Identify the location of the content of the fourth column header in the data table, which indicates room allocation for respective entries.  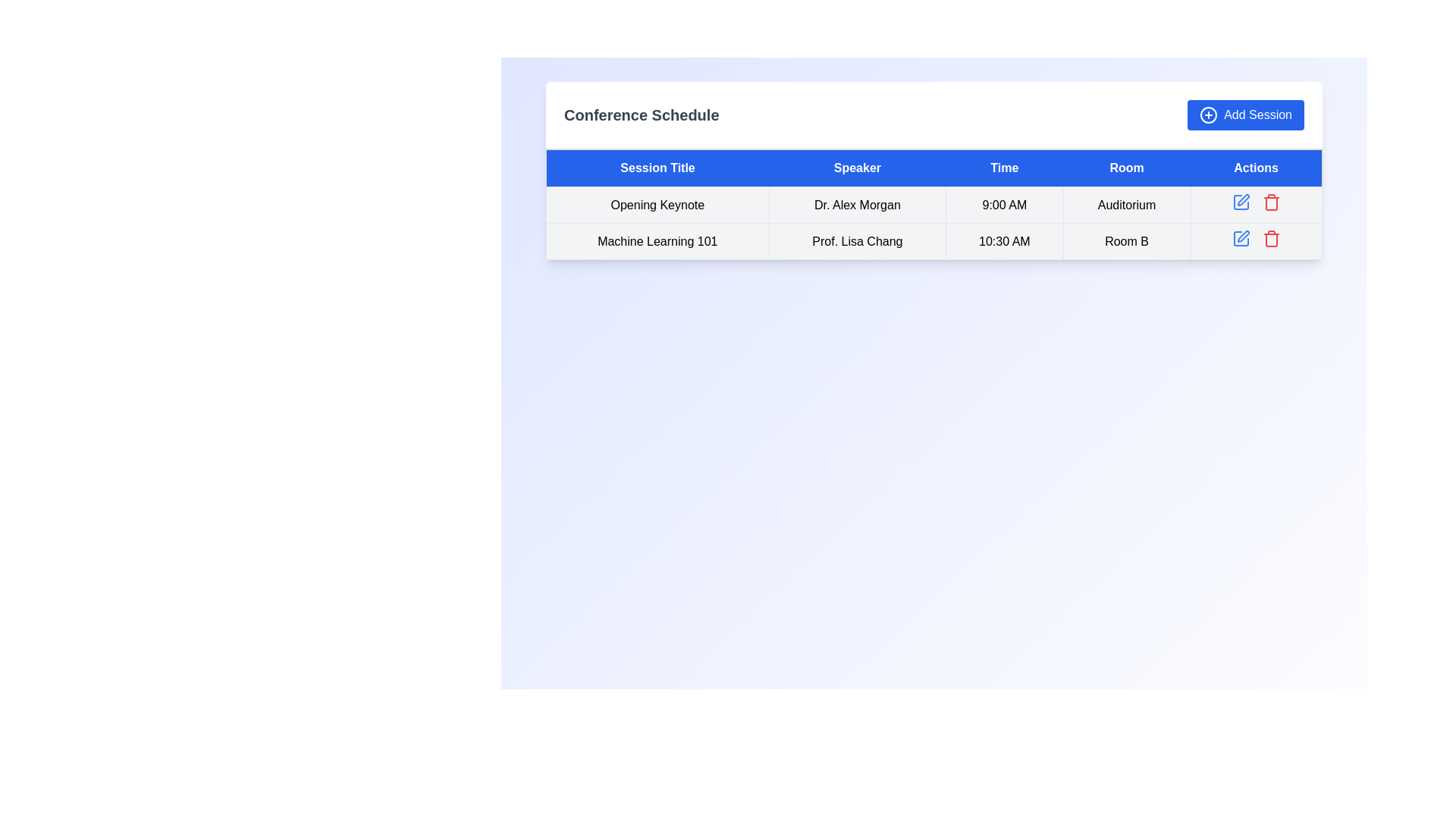
(1127, 168).